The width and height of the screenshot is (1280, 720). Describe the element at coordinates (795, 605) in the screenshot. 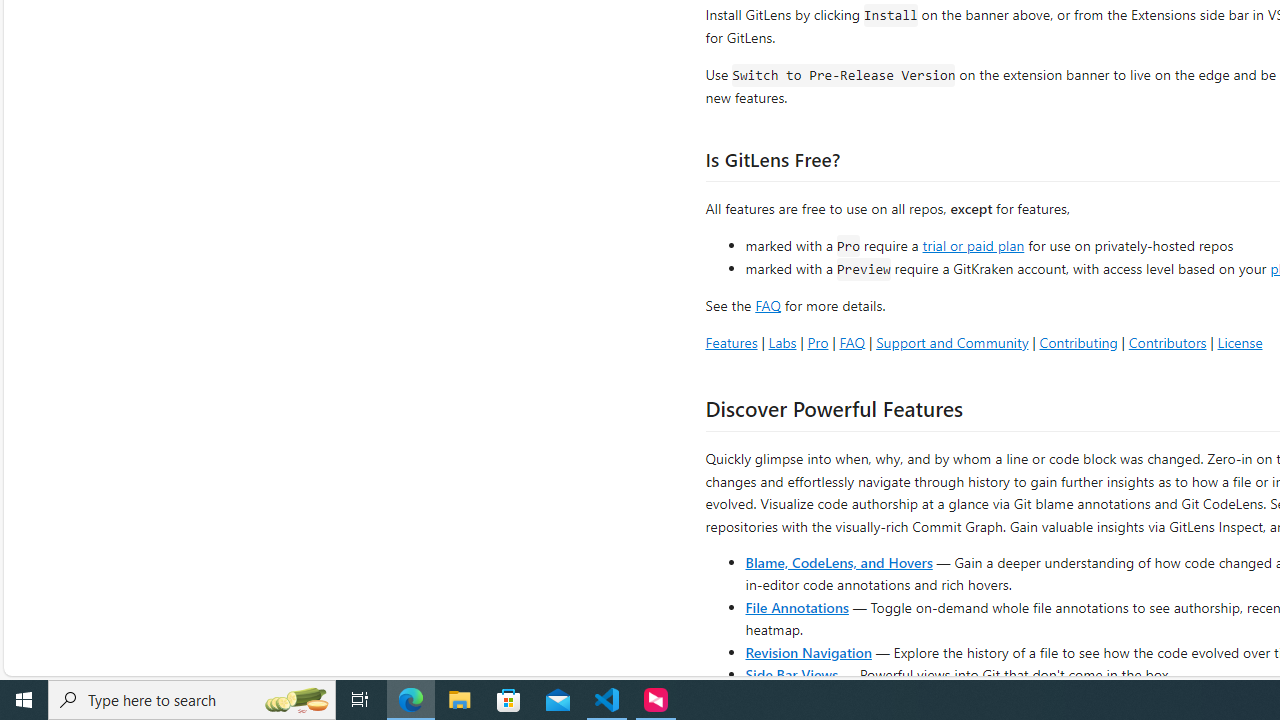

I see `'File Annotations'` at that location.